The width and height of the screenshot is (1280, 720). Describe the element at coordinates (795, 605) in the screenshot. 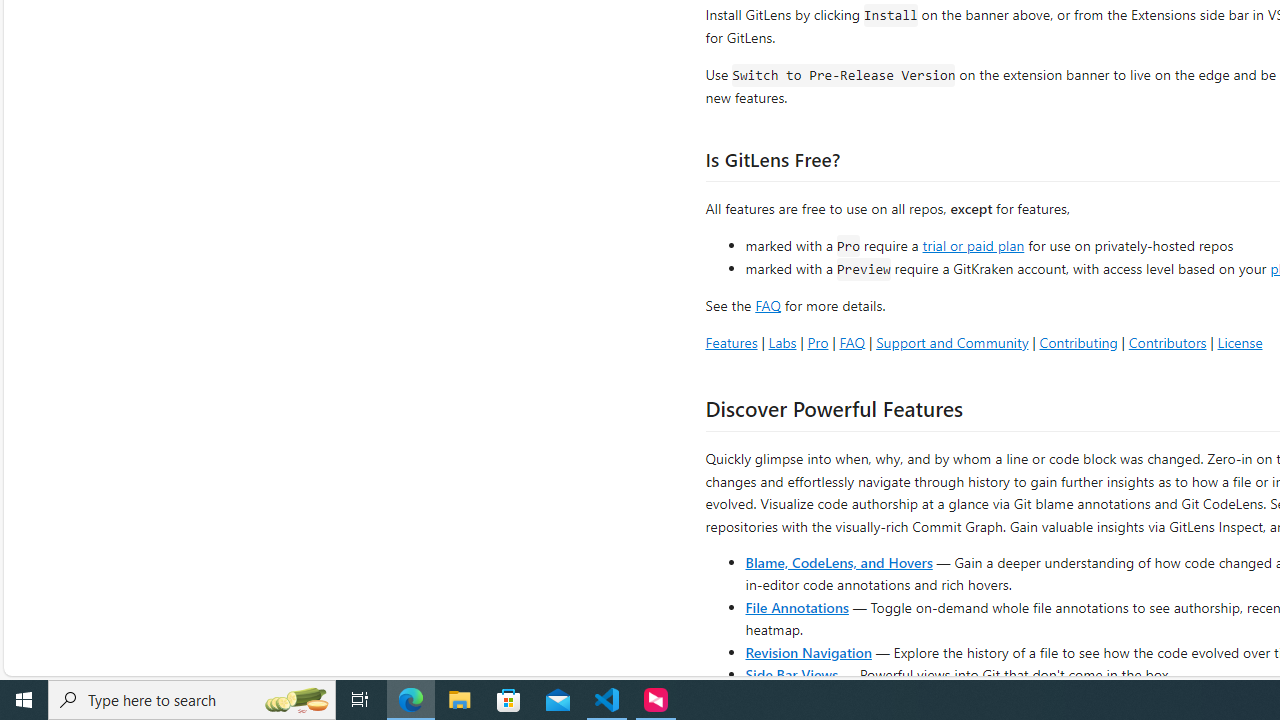

I see `'File Annotations'` at that location.